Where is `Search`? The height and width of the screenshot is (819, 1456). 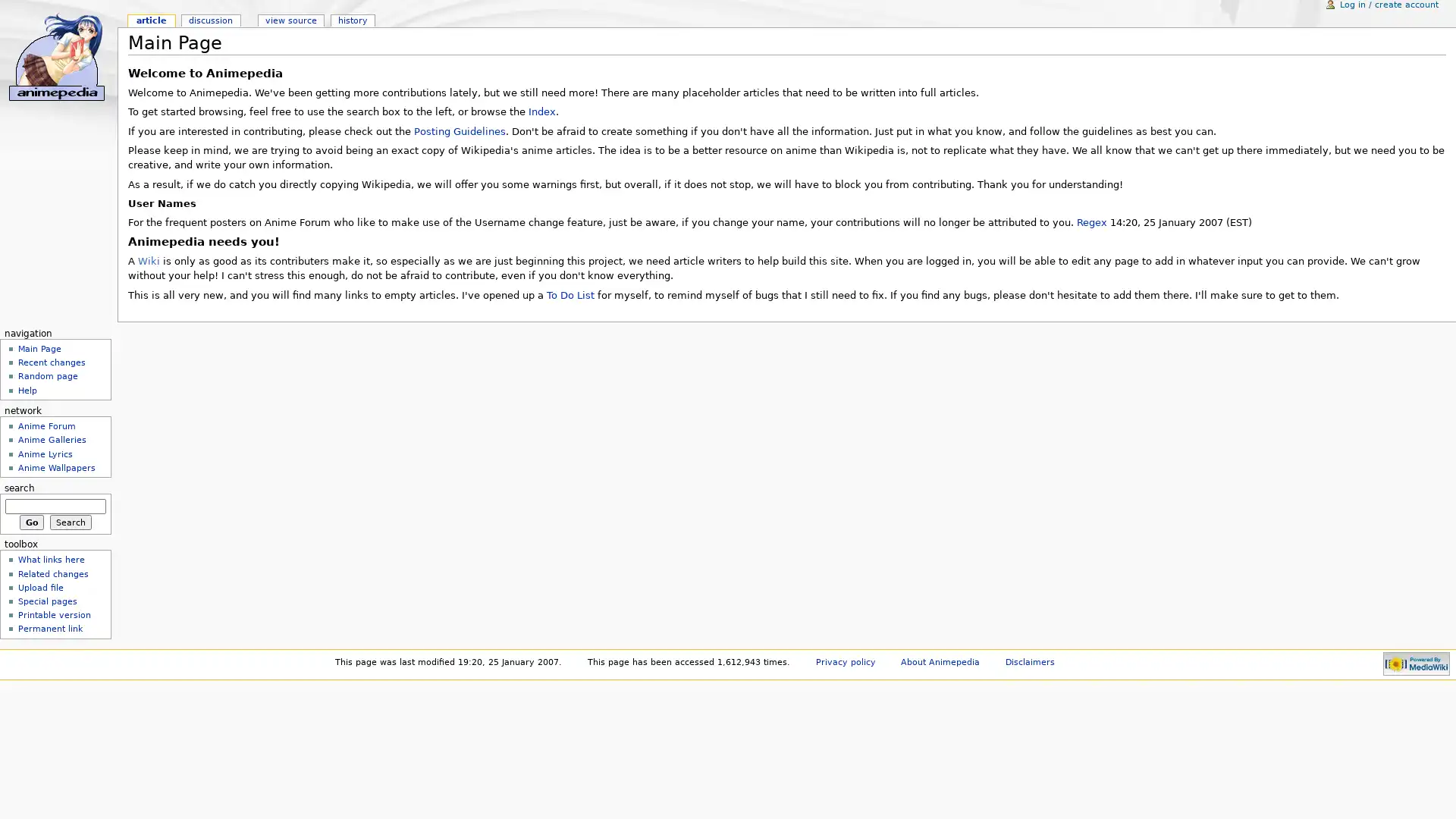 Search is located at coordinates (70, 520).